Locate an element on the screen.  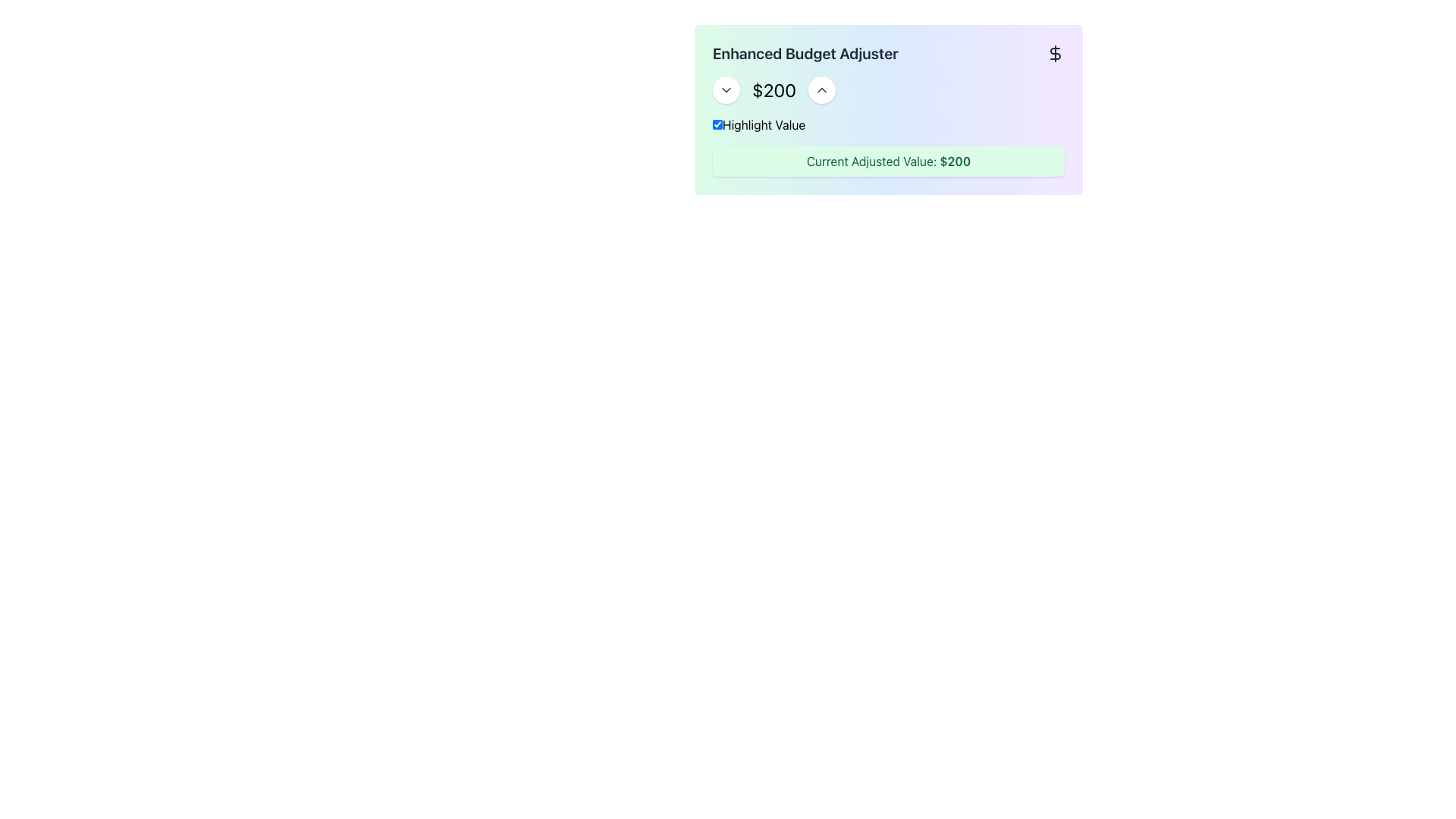
the circular button with a white background and upward-pointing chevron icon, located to the right of the '$200' text label is located at coordinates (821, 90).